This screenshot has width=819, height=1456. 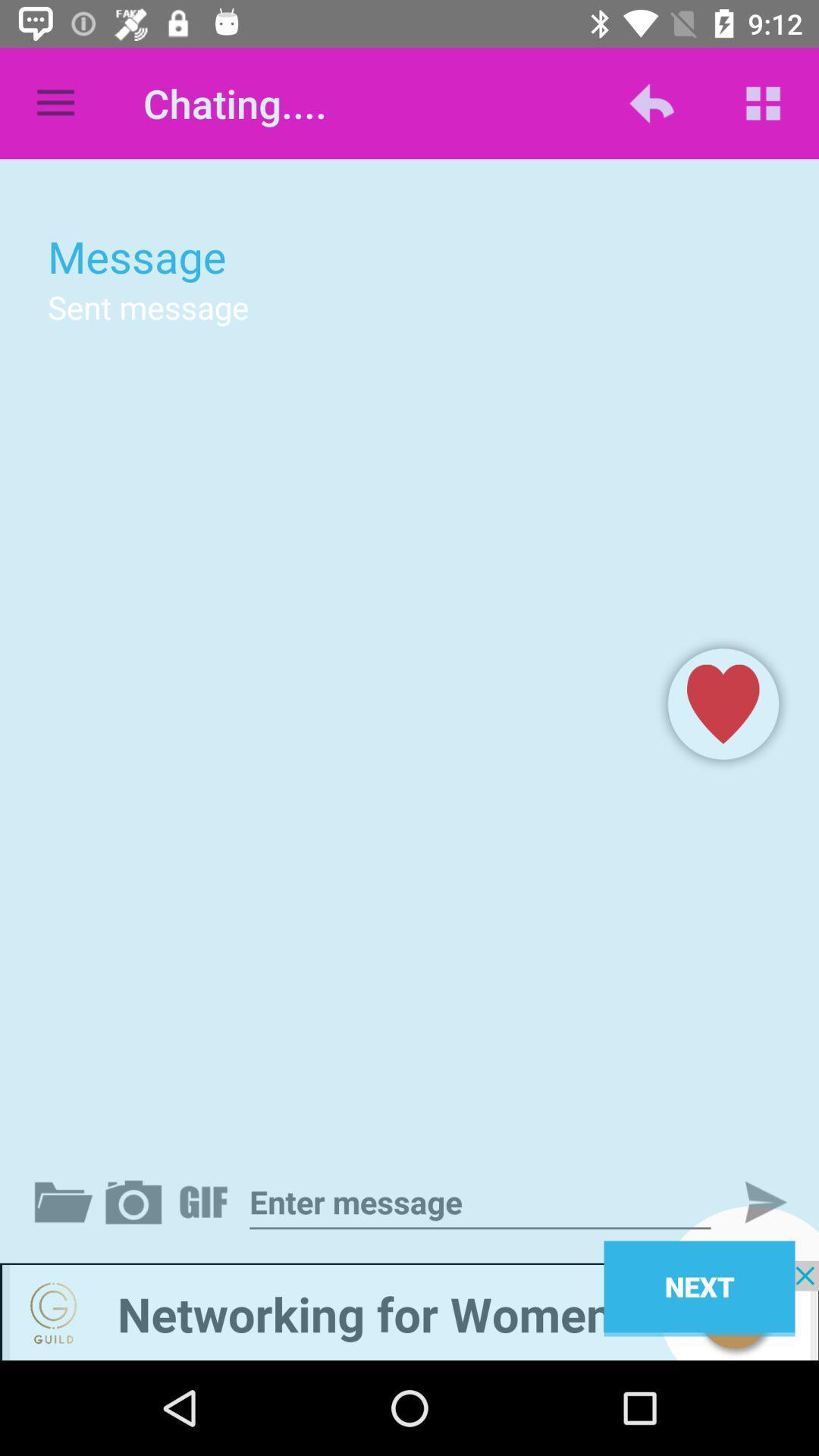 I want to click on submit, so click(x=752, y=1201).